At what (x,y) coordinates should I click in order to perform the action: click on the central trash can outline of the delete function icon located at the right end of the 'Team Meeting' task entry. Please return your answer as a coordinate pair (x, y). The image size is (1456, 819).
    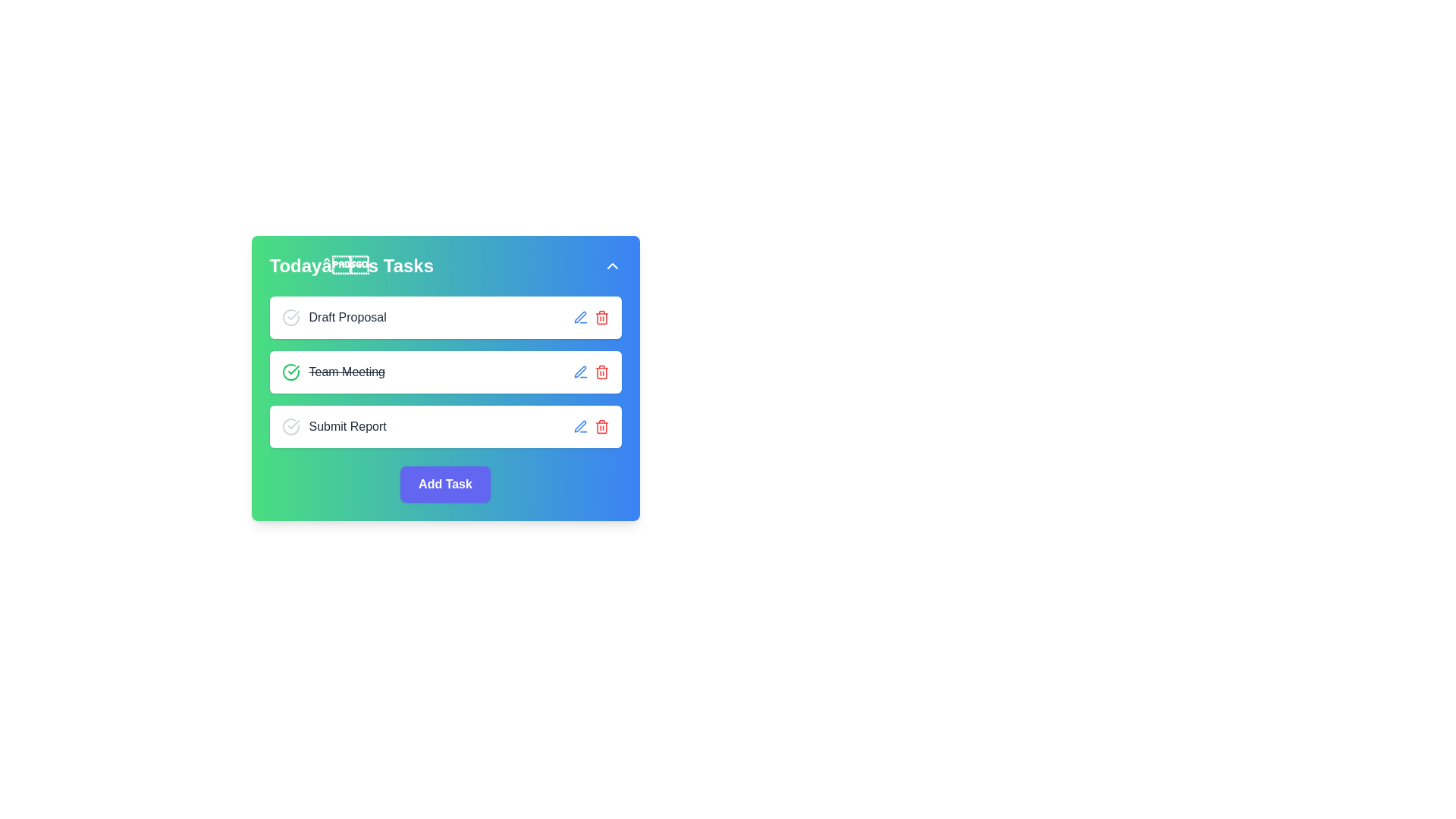
    Looking at the image, I should click on (601, 428).